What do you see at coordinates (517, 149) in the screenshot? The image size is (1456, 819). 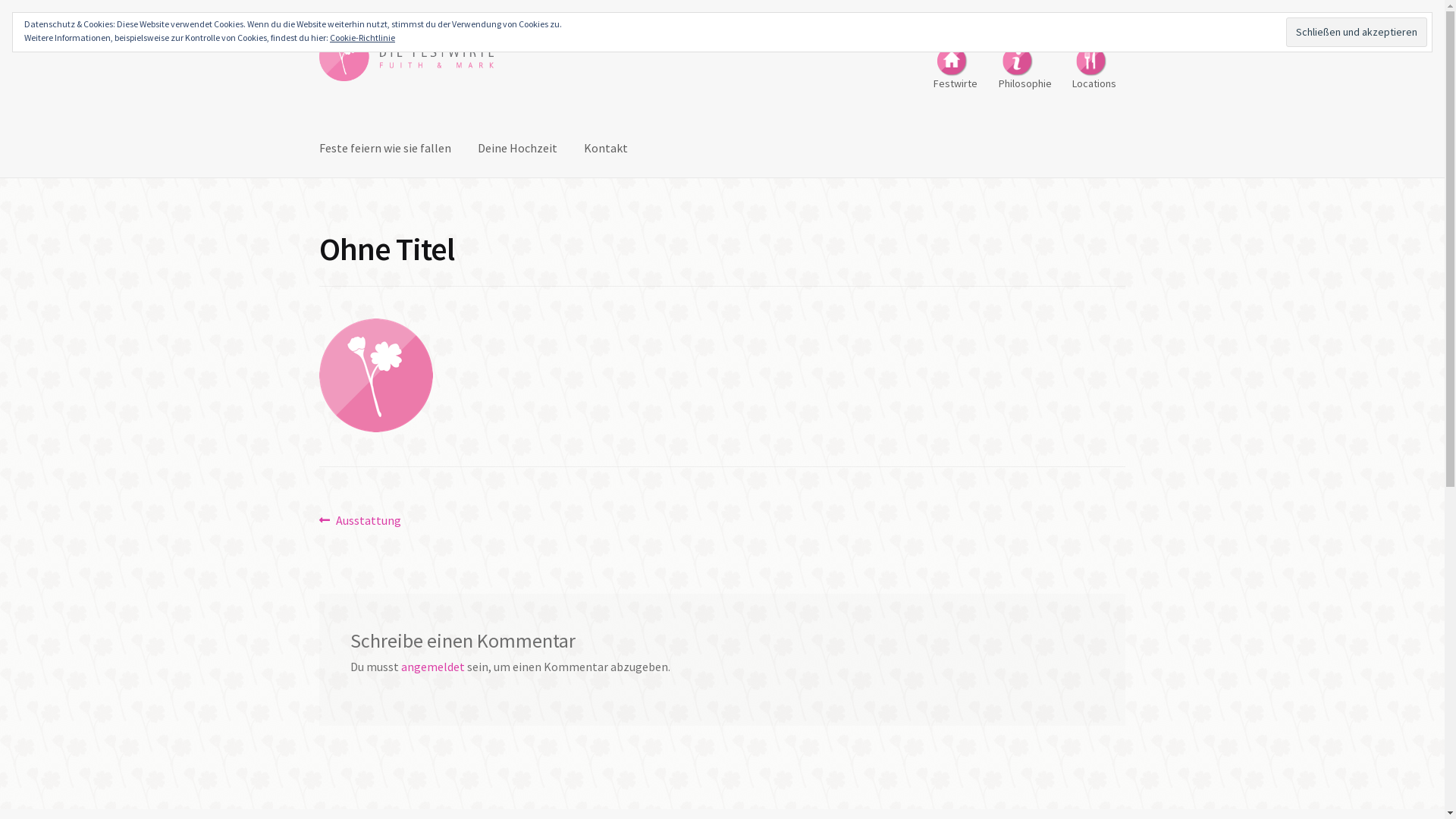 I see `'Deine Hochzeit'` at bounding box center [517, 149].